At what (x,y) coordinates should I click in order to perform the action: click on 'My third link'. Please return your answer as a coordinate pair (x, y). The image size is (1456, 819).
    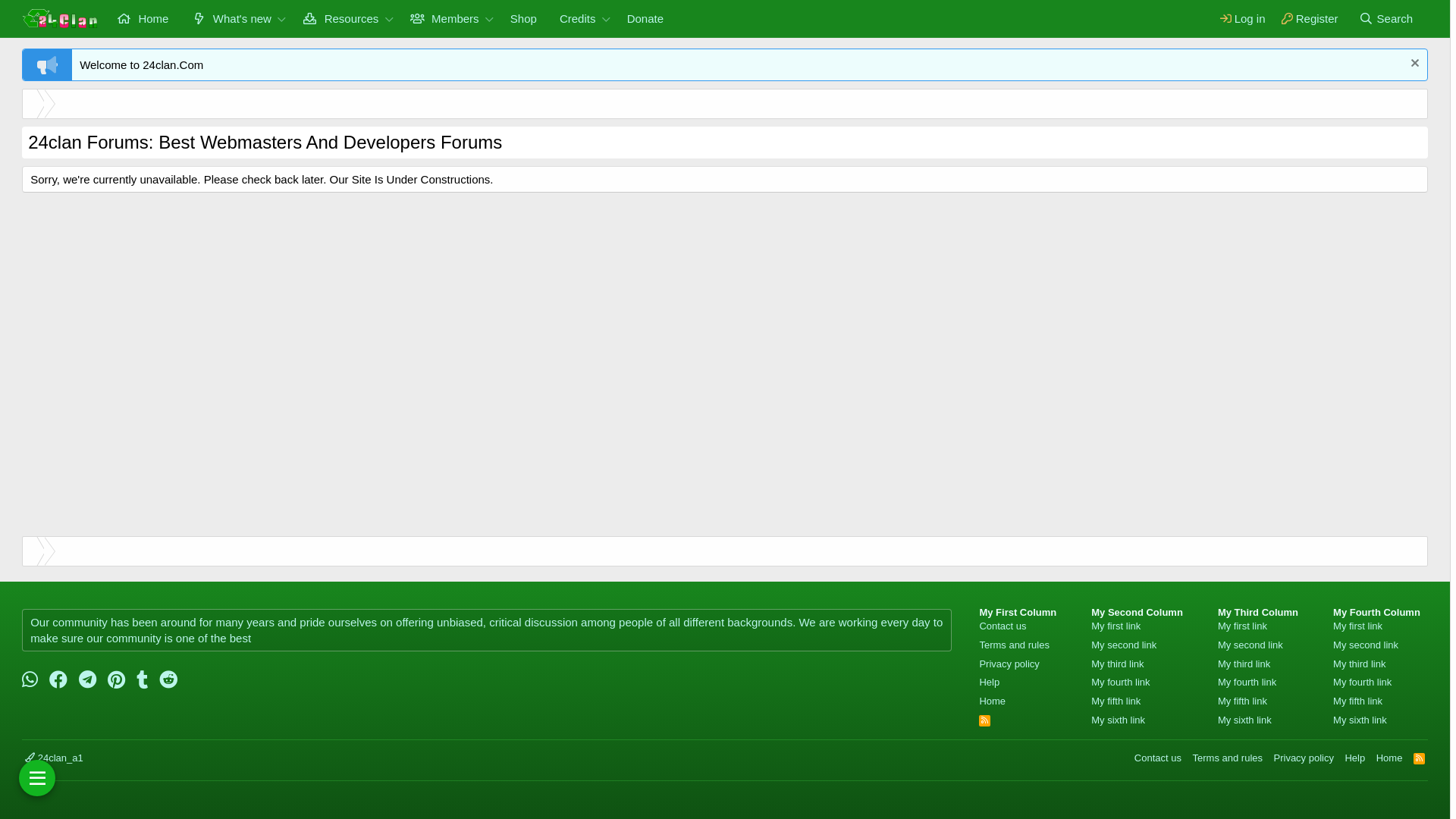
    Looking at the image, I should click on (1244, 663).